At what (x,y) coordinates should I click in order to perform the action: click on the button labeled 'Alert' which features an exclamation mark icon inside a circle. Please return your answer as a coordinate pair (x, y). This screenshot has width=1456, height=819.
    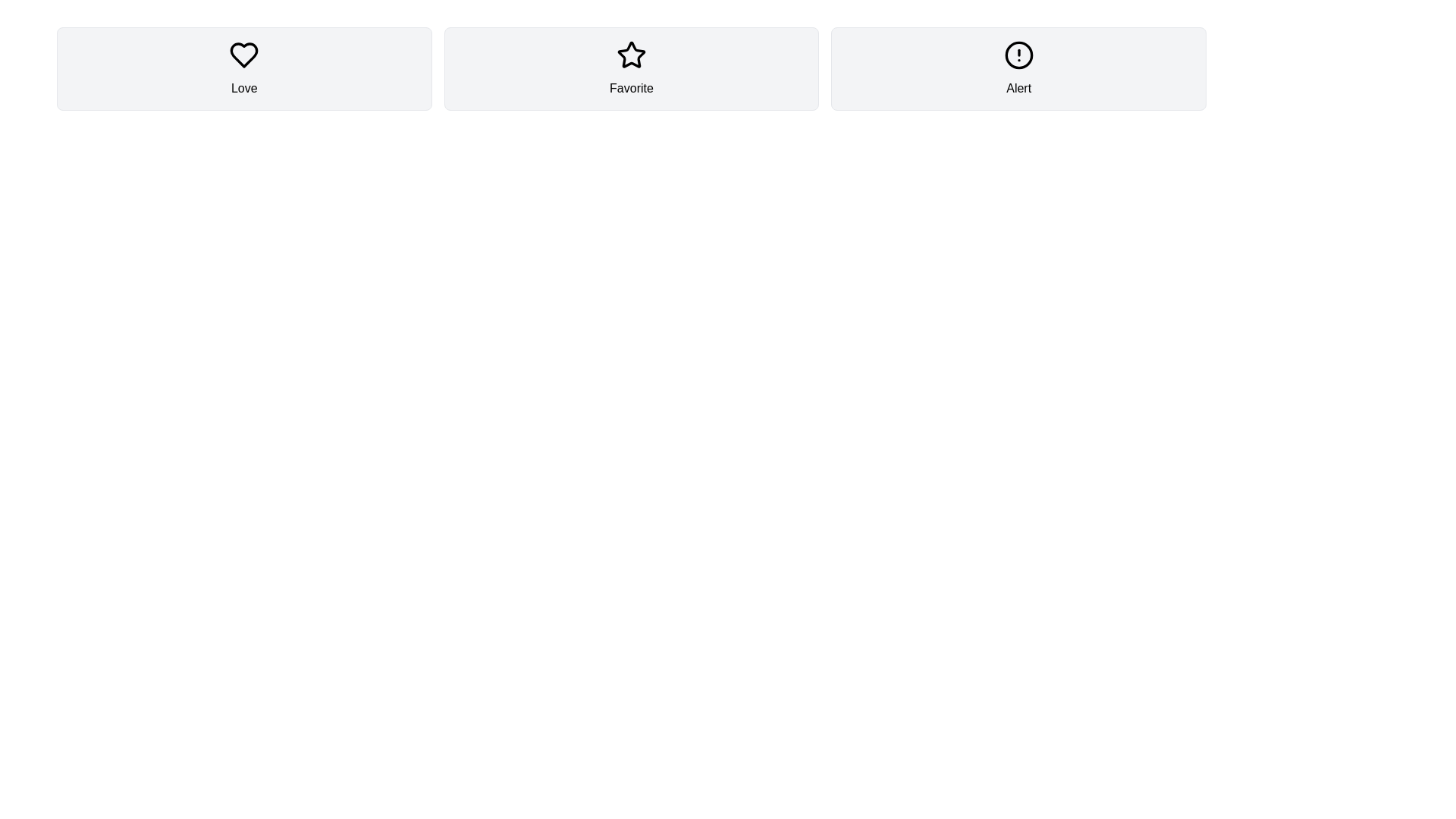
    Looking at the image, I should click on (1018, 69).